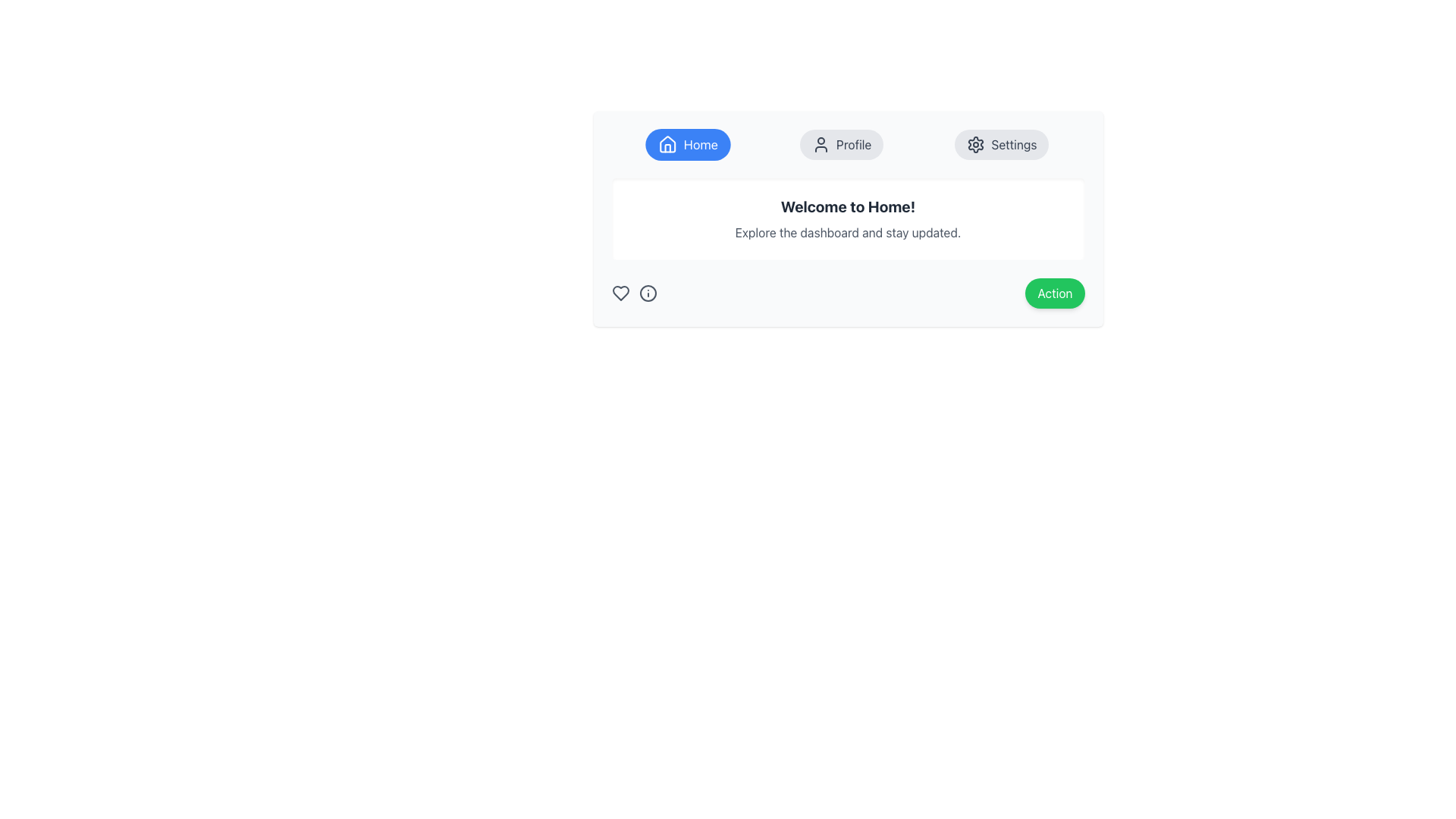 Image resolution: width=1456 pixels, height=819 pixels. Describe the element at coordinates (687, 145) in the screenshot. I see `the rounded blue button labeled 'Home' with a house icon` at that location.